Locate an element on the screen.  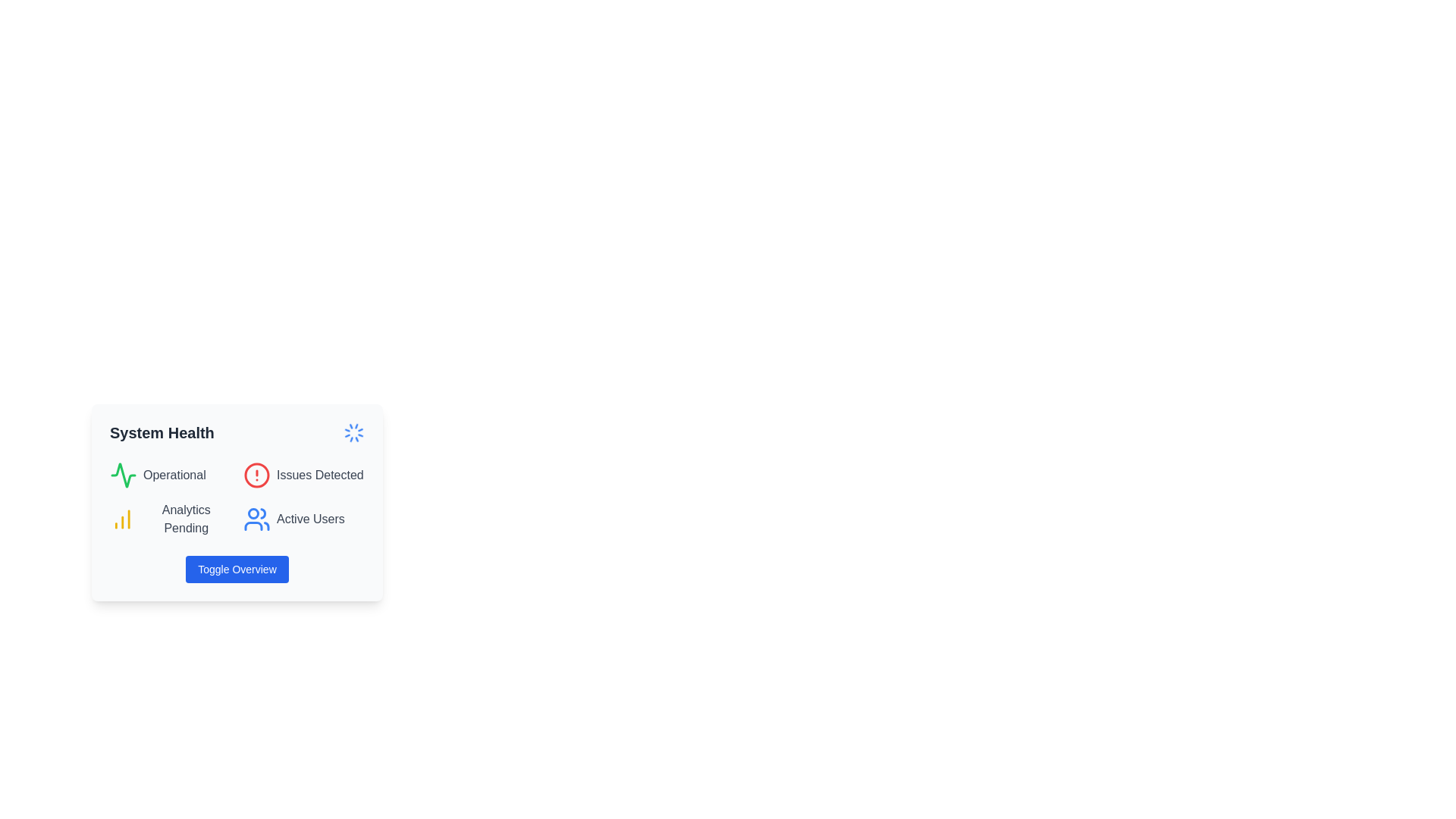
the 'Active Users' icon, which indicates the count of active users in the system, located in the bottom-right of the 'System Health' card is located at coordinates (257, 519).